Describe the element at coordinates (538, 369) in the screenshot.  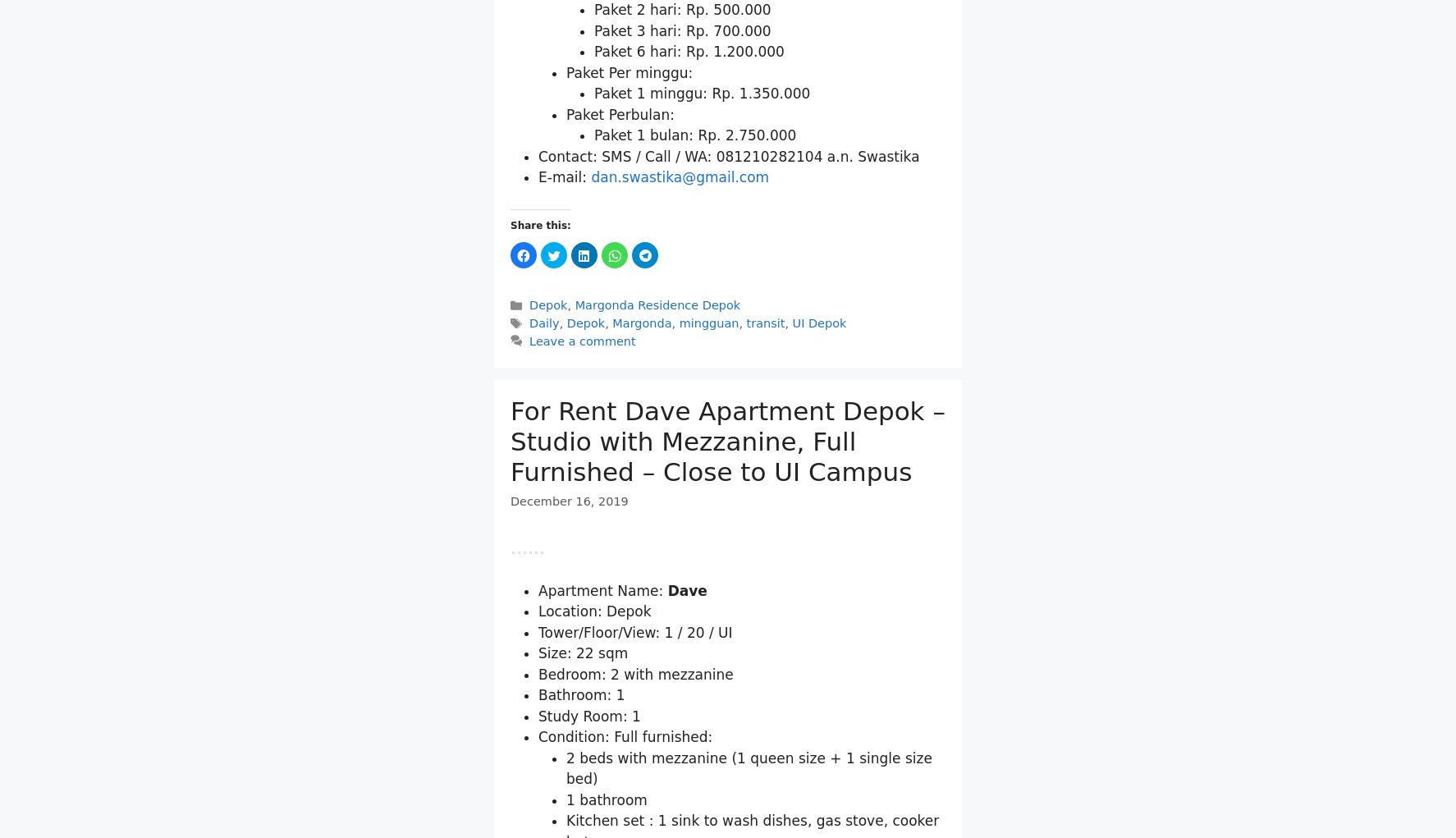
I see `'E-mail:'` at that location.